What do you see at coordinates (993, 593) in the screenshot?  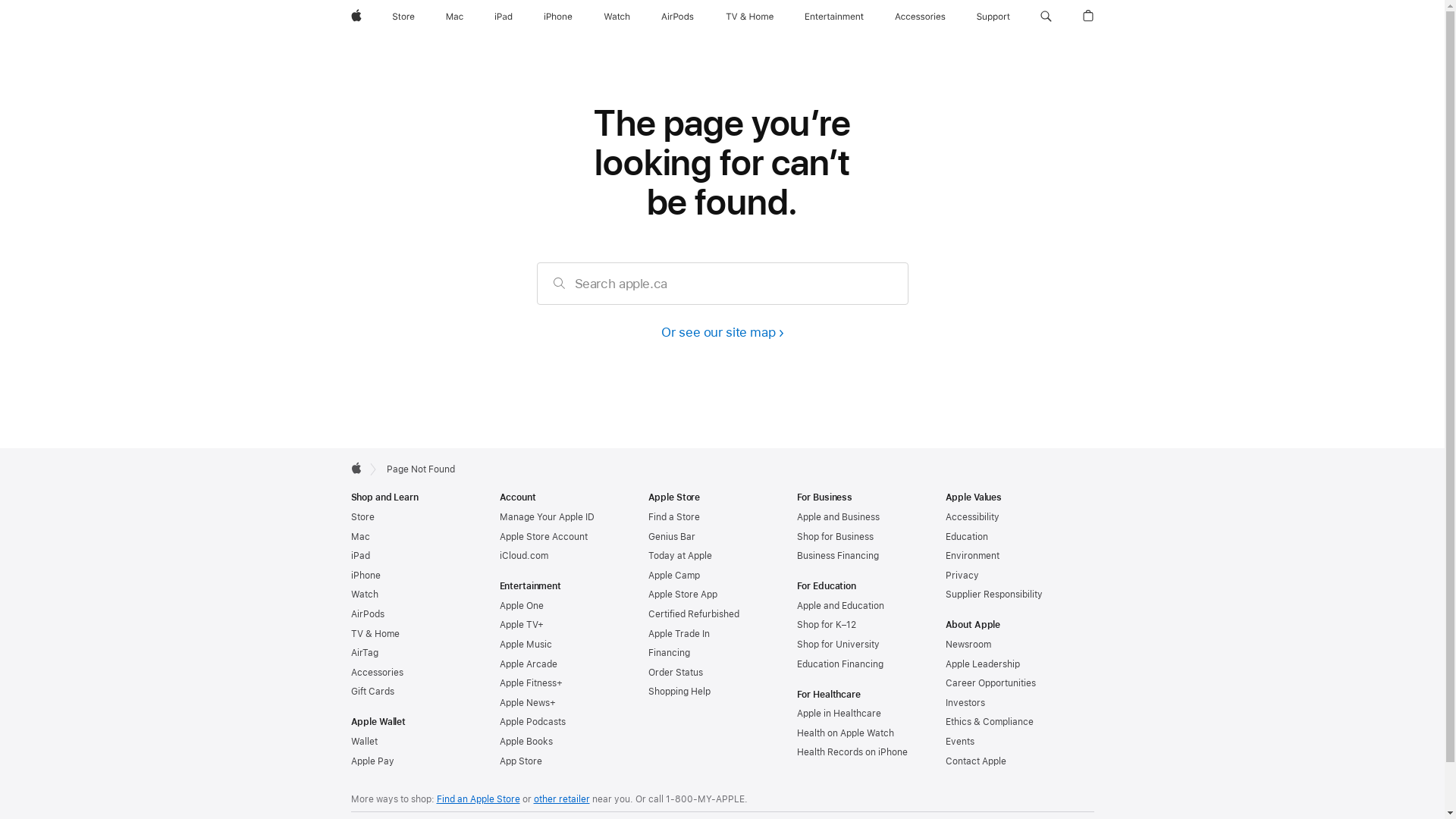 I see `'Supplier Responsibility'` at bounding box center [993, 593].